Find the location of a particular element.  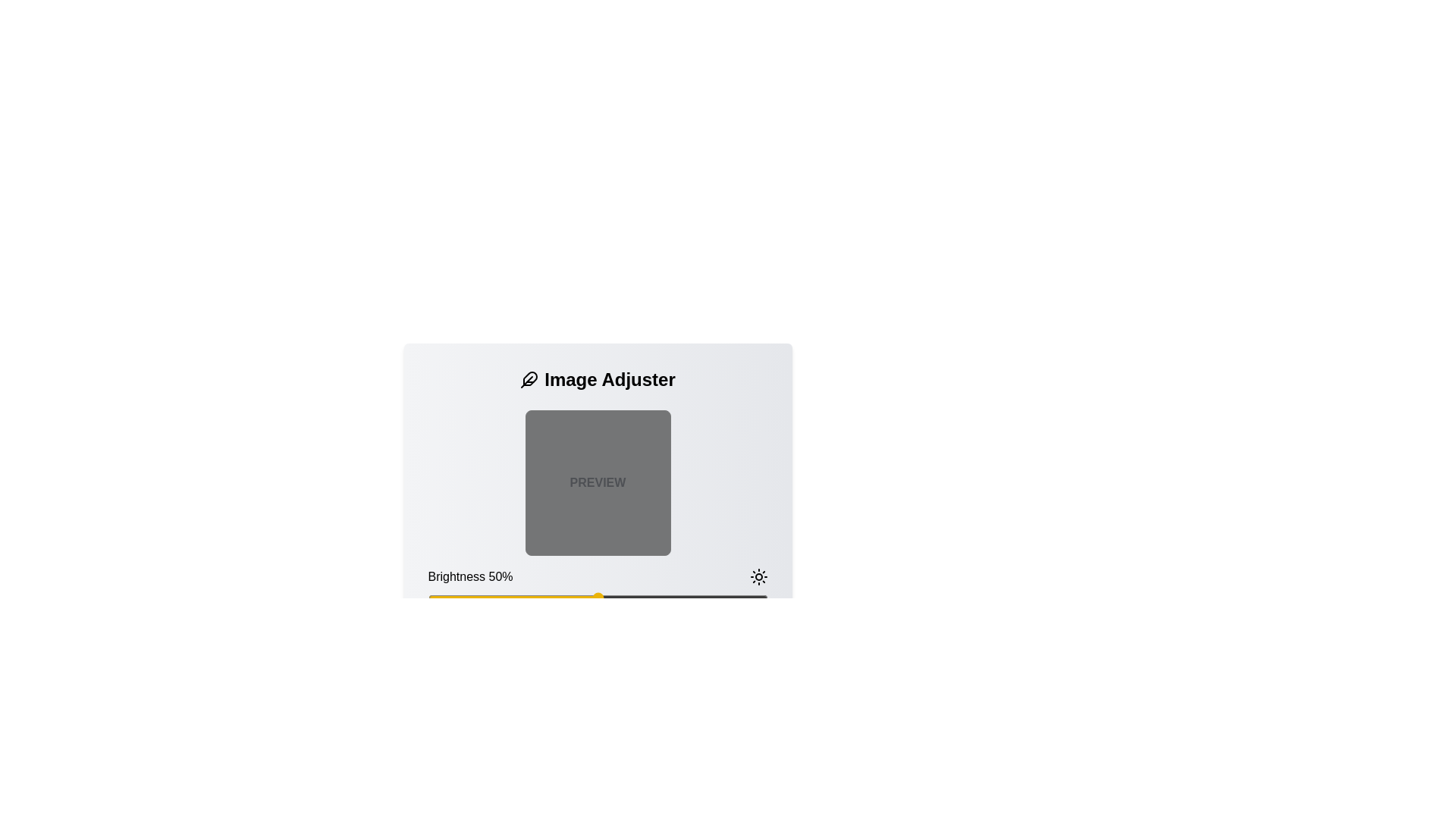

the feather icon located to the left of the 'Image Adjuster' text, which represents features like lightness and editing is located at coordinates (529, 379).